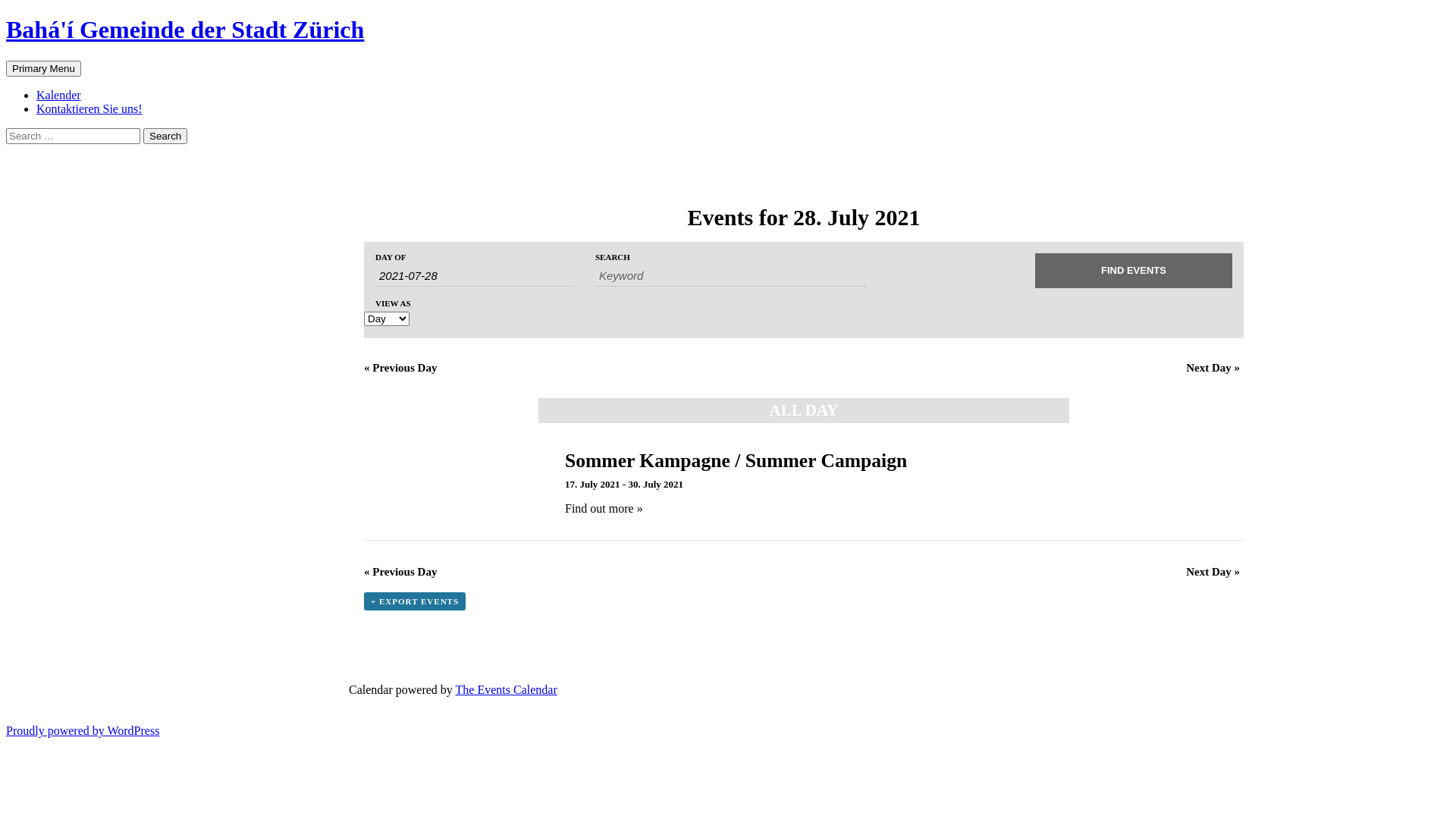 This screenshot has width=1456, height=819. I want to click on 'Kalender', so click(58, 95).